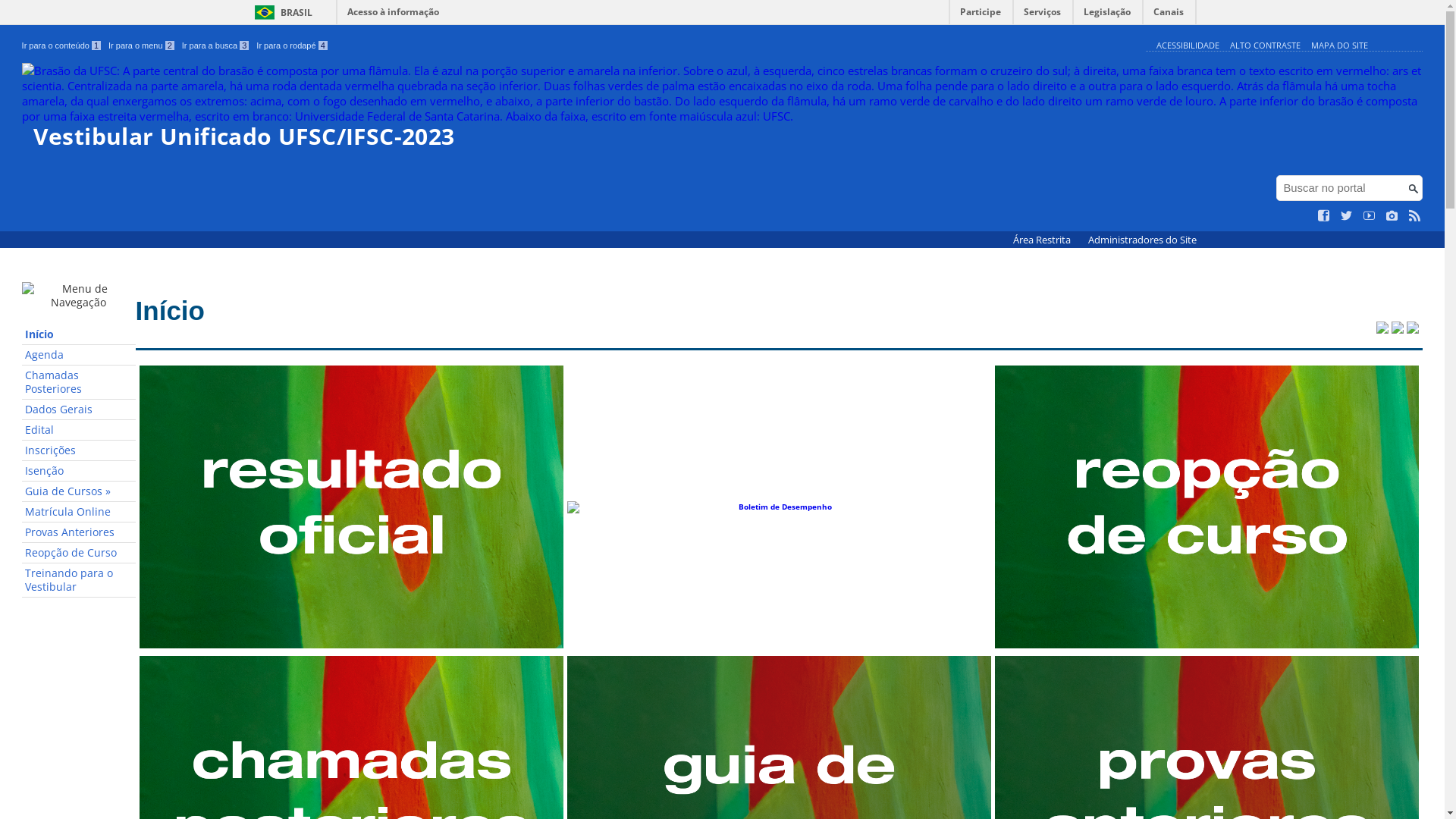  I want to click on 'MAPA DO SITE', so click(1310, 44).